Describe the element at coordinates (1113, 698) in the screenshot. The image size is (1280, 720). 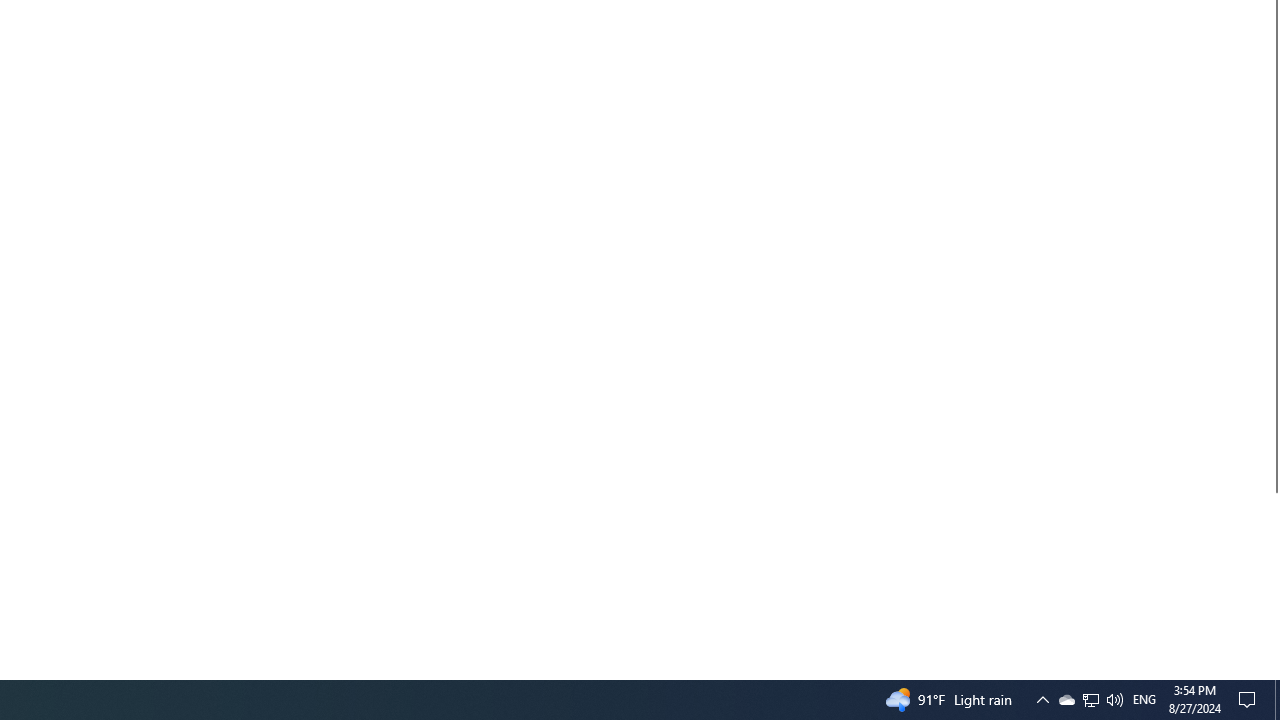
I see `'Q2790: 100%'` at that location.